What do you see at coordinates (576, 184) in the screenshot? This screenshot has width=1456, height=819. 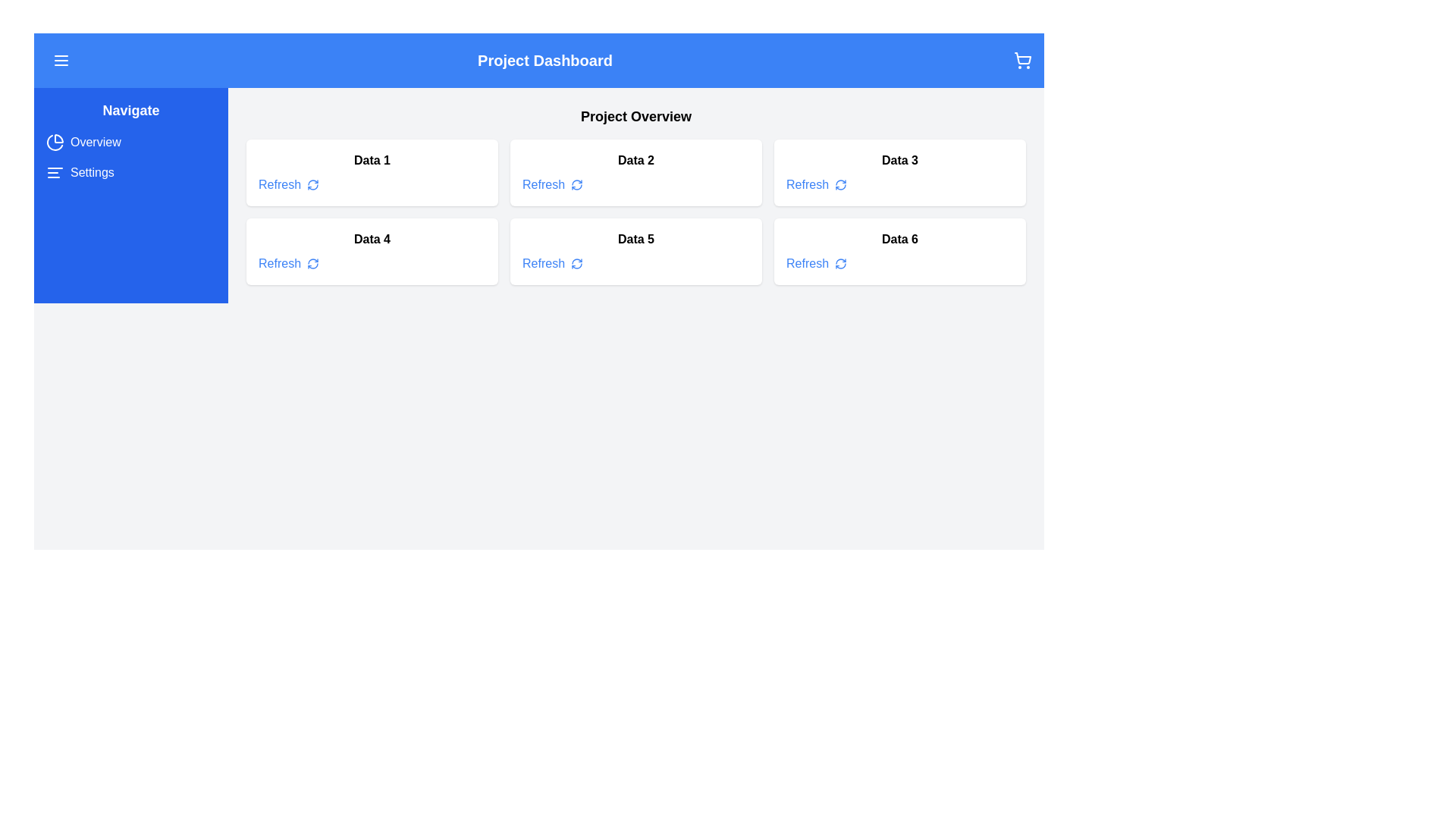 I see `the refresh icon button located to the right of the 'Refresh' text in the 'Data 2' section of the Project Overview grid` at bounding box center [576, 184].